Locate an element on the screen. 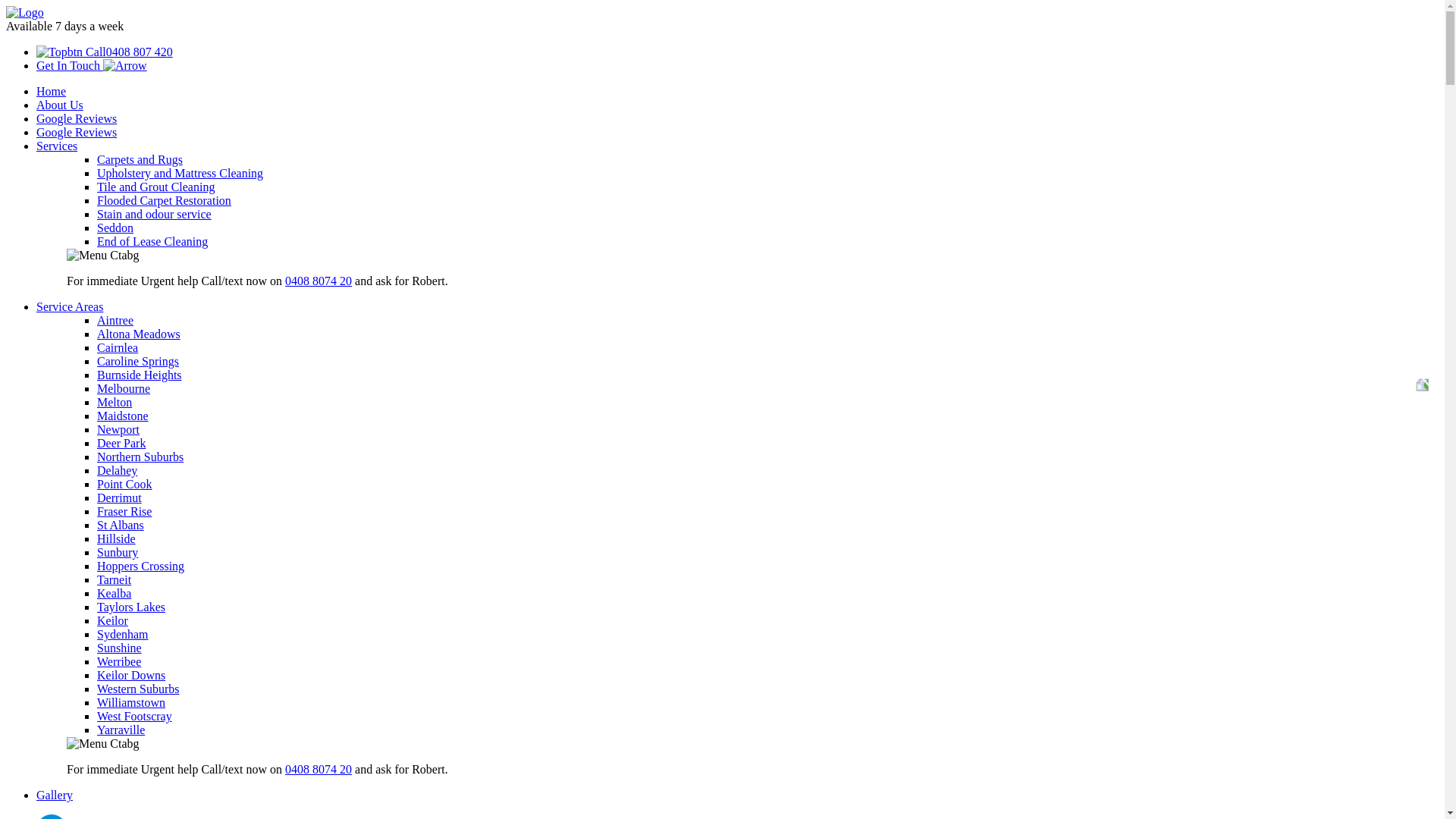  'Flooded Carpet Restoration' is located at coordinates (164, 199).